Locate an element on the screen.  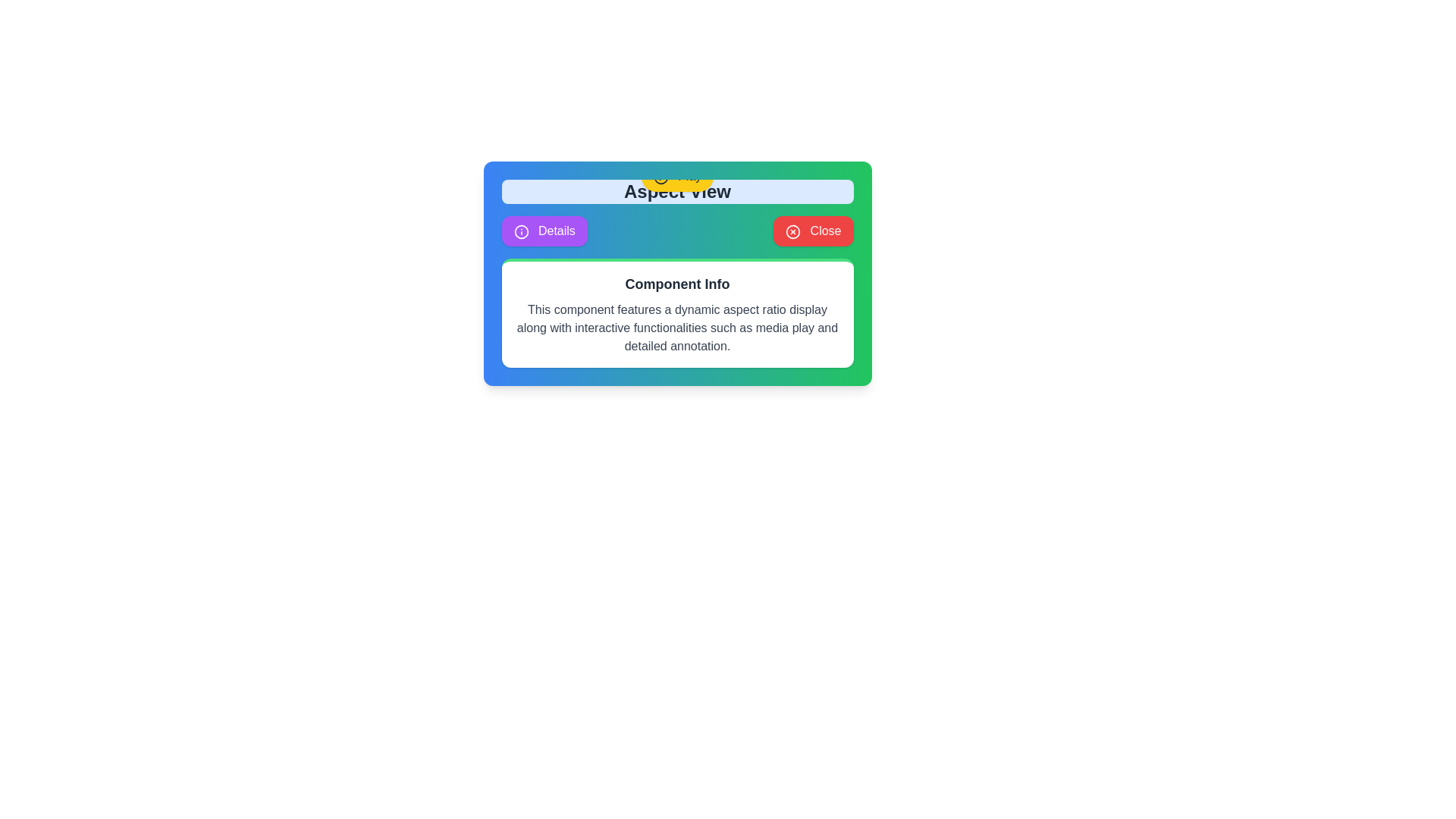
the 'Close' button located on the right side of the horizontal section containing two buttons ('Details' and 'Close') is located at coordinates (812, 231).